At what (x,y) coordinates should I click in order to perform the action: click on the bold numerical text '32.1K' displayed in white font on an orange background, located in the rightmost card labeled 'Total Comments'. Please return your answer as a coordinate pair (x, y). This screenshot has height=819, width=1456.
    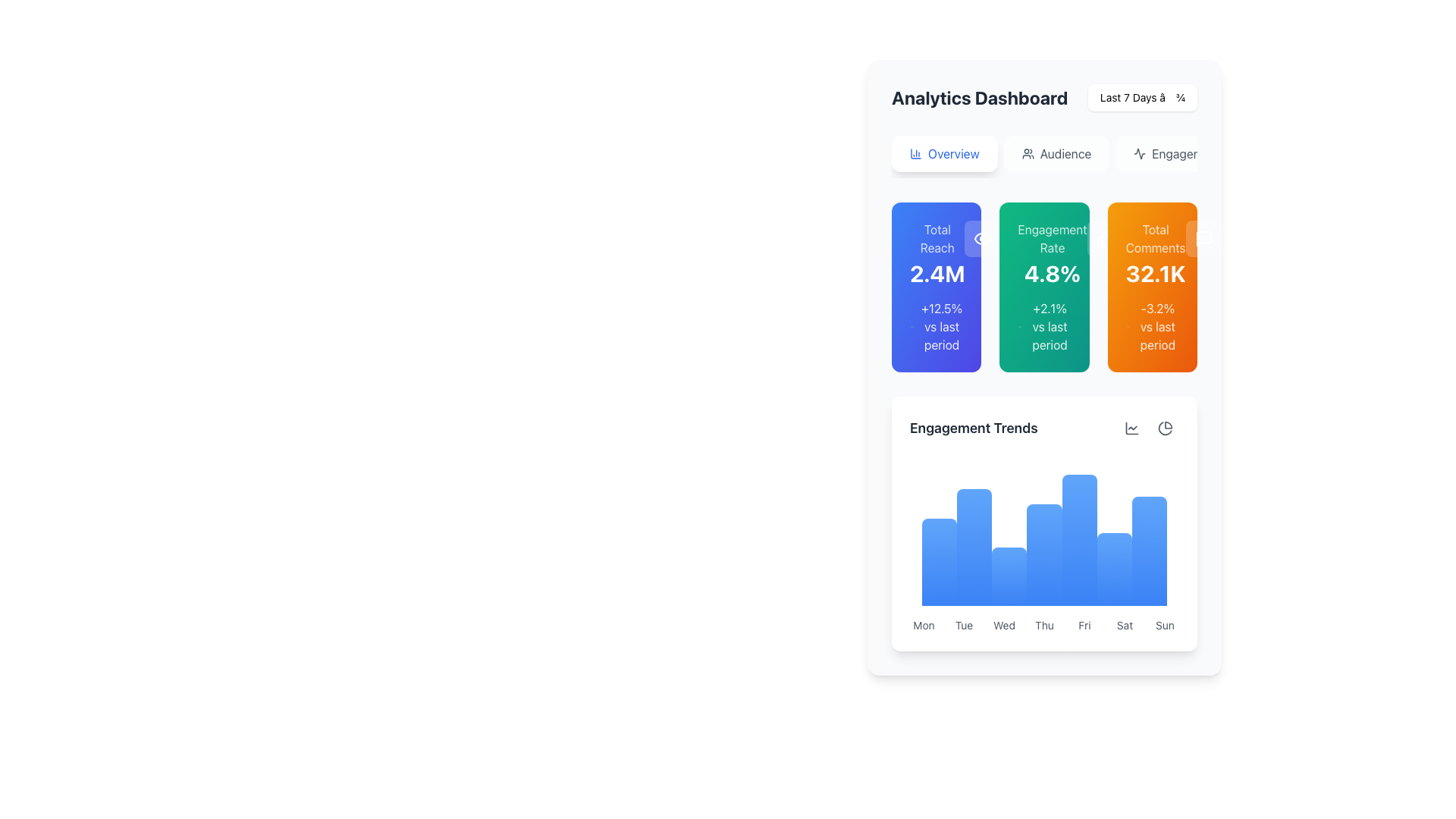
    Looking at the image, I should click on (1155, 274).